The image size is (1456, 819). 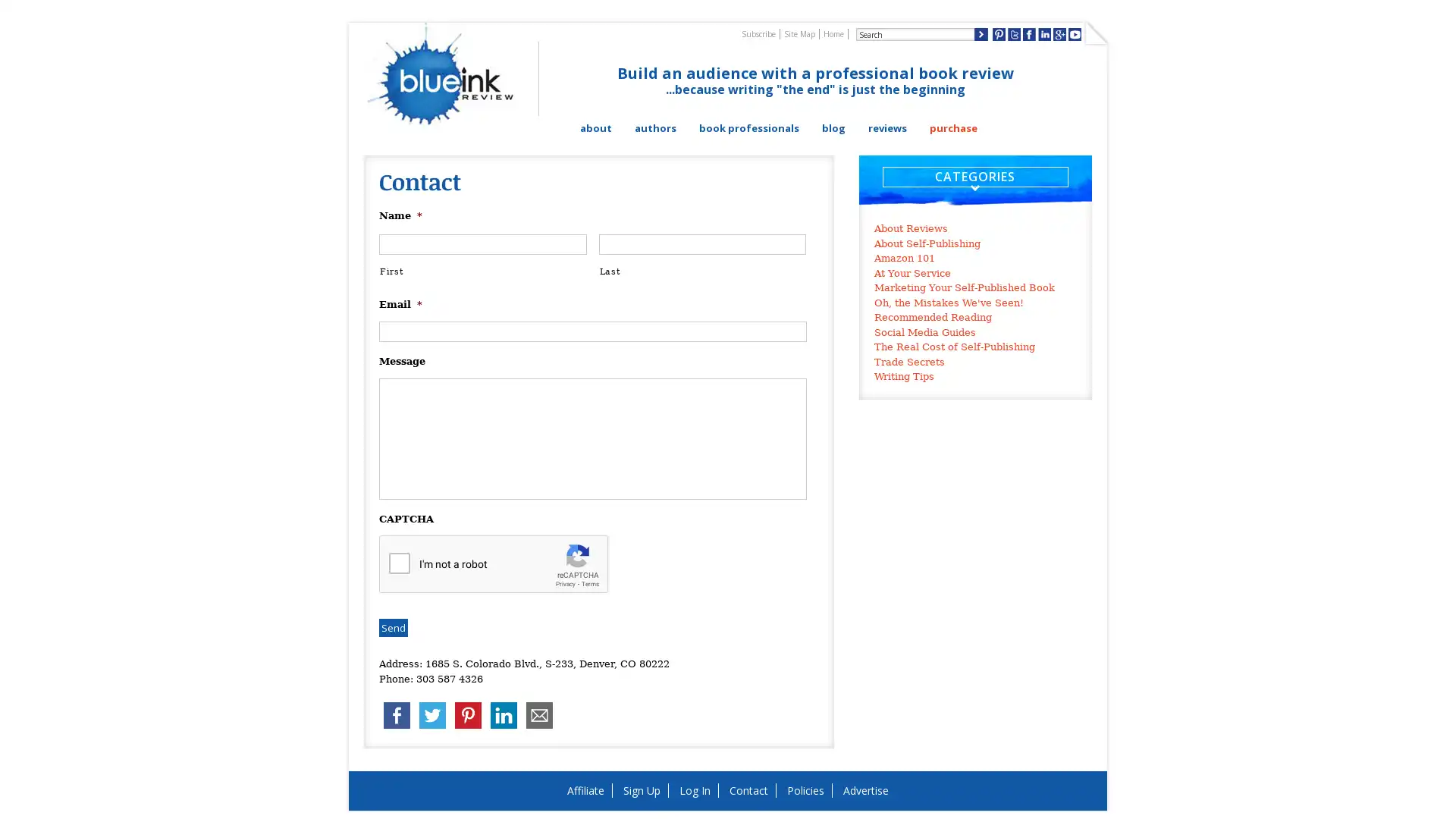 What do you see at coordinates (393, 628) in the screenshot?
I see `Send` at bounding box center [393, 628].